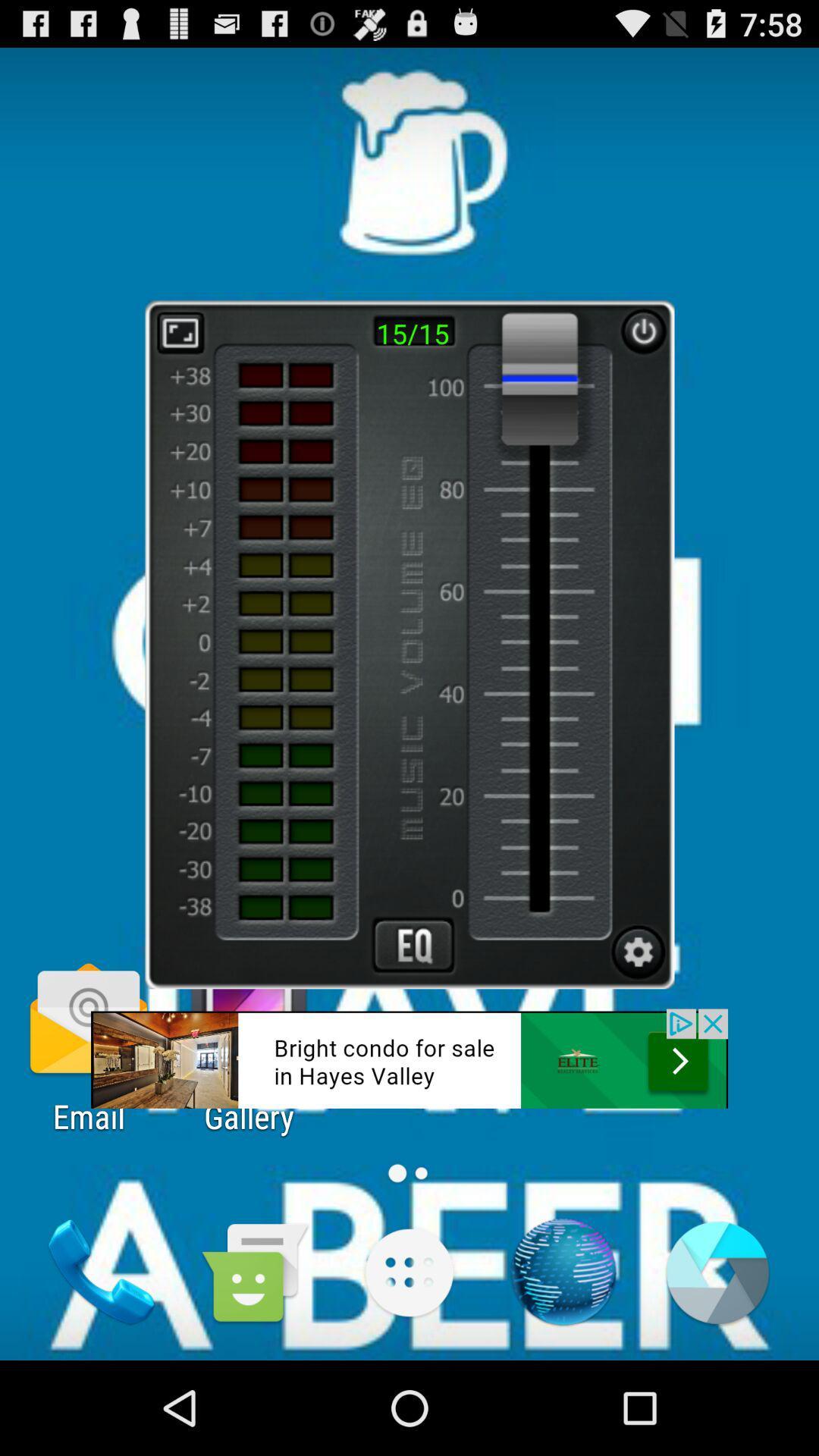  I want to click on advertisement banner, so click(409, 1058).